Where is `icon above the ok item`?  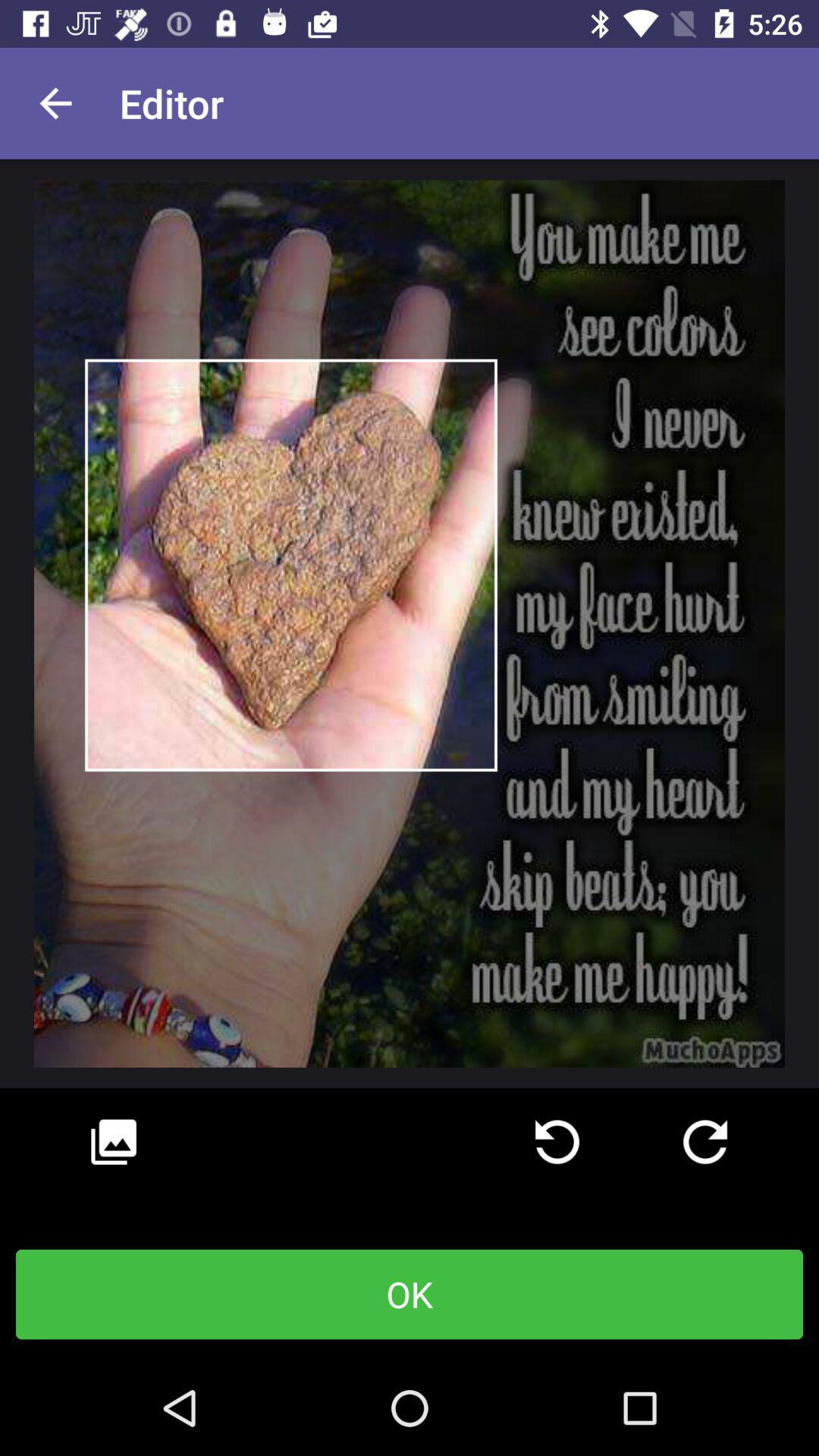
icon above the ok item is located at coordinates (704, 1142).